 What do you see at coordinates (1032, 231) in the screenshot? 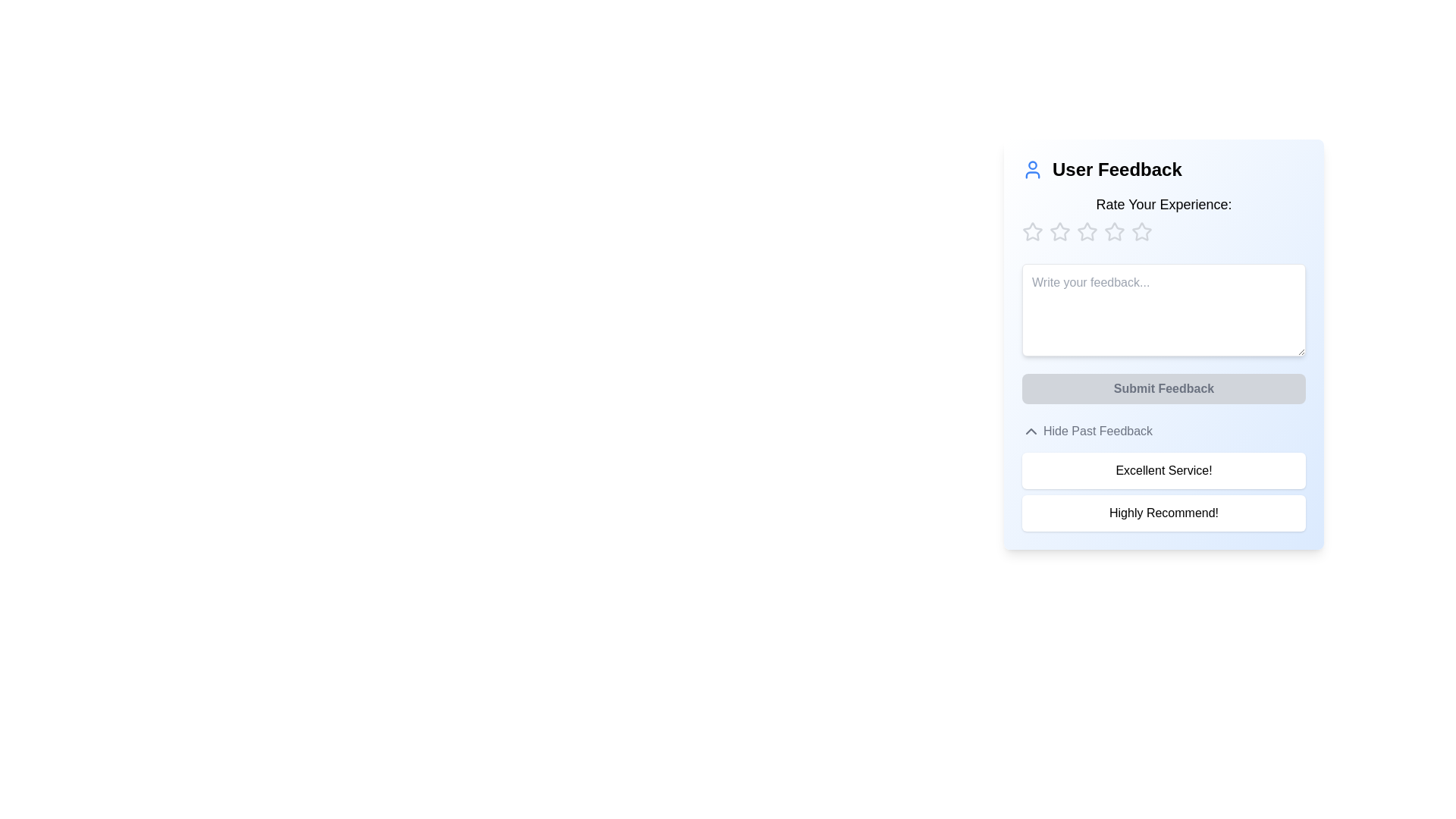
I see `the leftmost star-shaped icon used for ratings in the feedback interface` at bounding box center [1032, 231].